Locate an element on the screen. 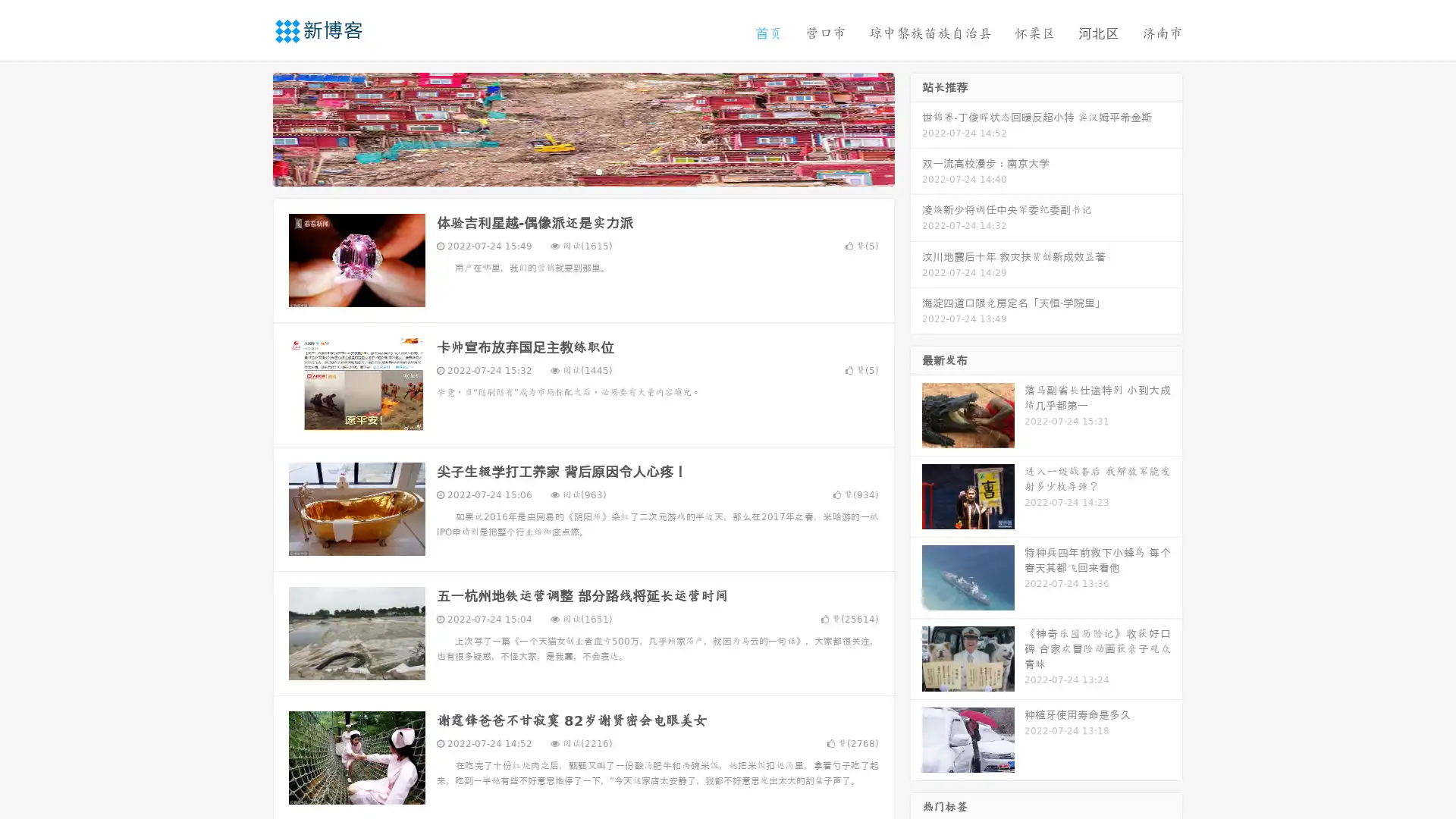 This screenshot has width=1456, height=819. Go to slide 2 is located at coordinates (582, 171).